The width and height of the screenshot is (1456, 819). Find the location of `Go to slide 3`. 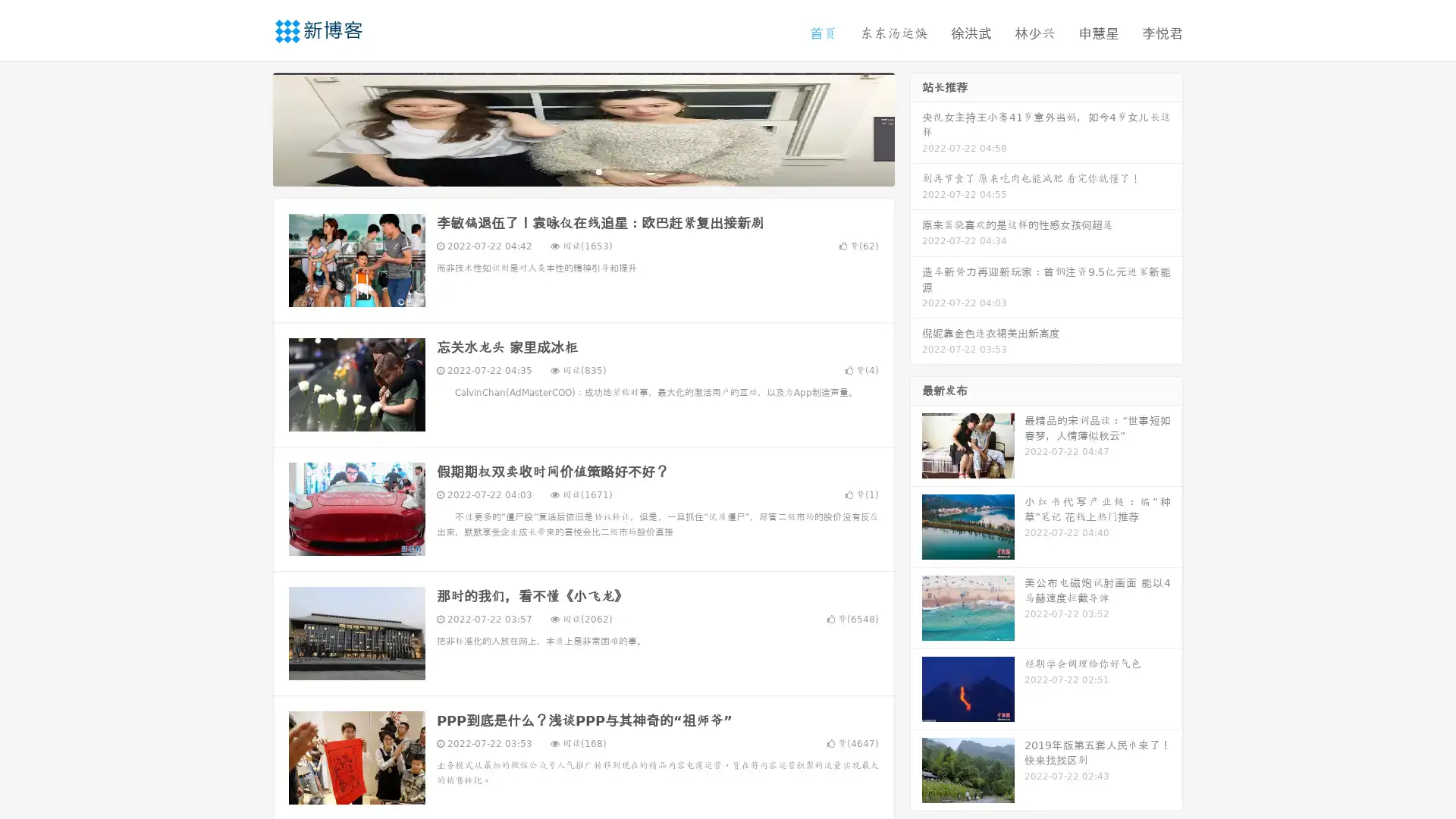

Go to slide 3 is located at coordinates (598, 171).